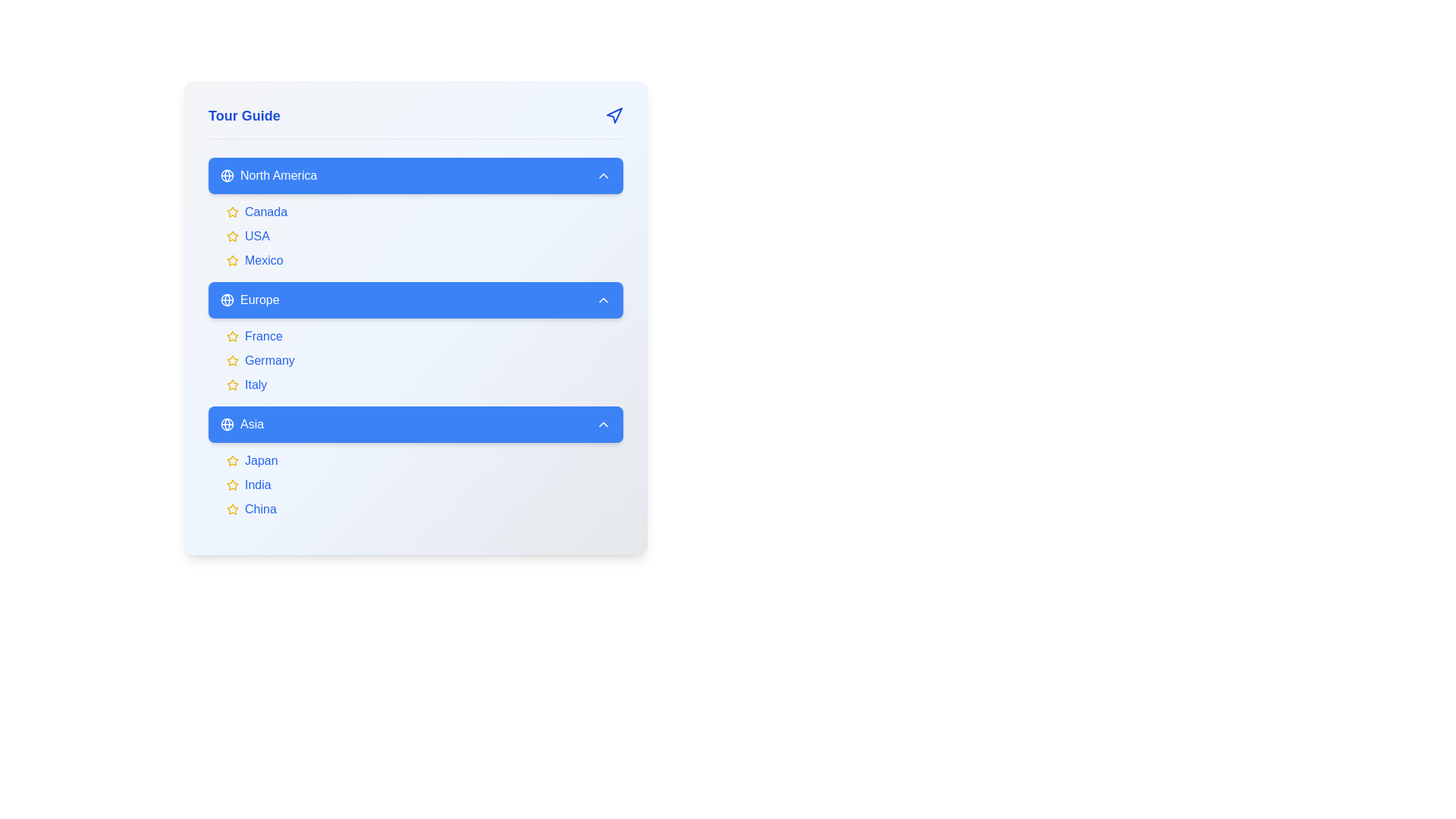 This screenshot has height=819, width=1456. Describe the element at coordinates (232, 335) in the screenshot. I see `the star-shaped icon rendered in yellow, located beside the text labeled 'France' in the second collapsible section 'Europe'` at that location.